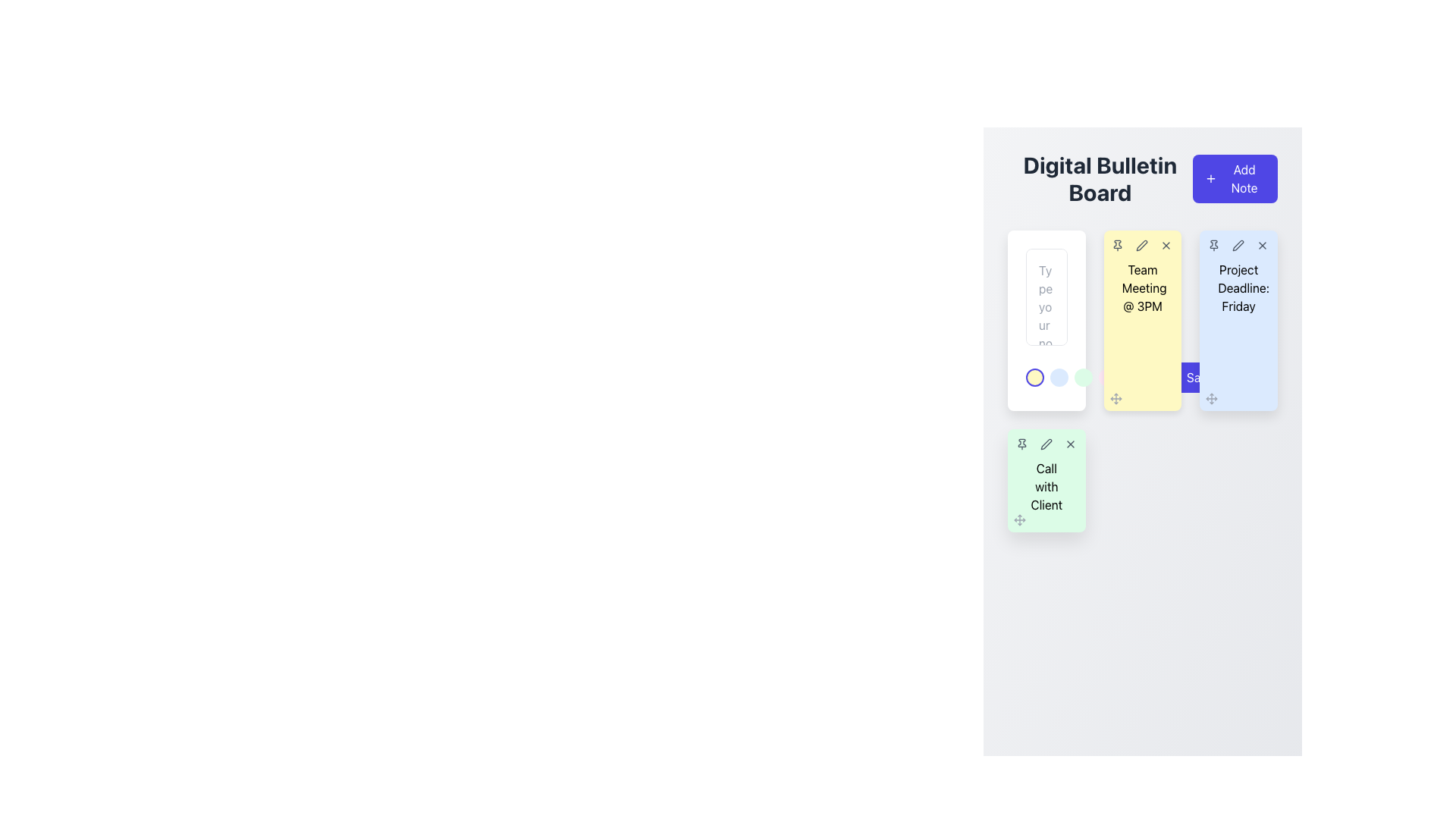  Describe the element at coordinates (1263, 245) in the screenshot. I see `the small button with an 'X' icon located at the top-right corner of the blue note card titled 'Project Deadline: Friday'` at that location.